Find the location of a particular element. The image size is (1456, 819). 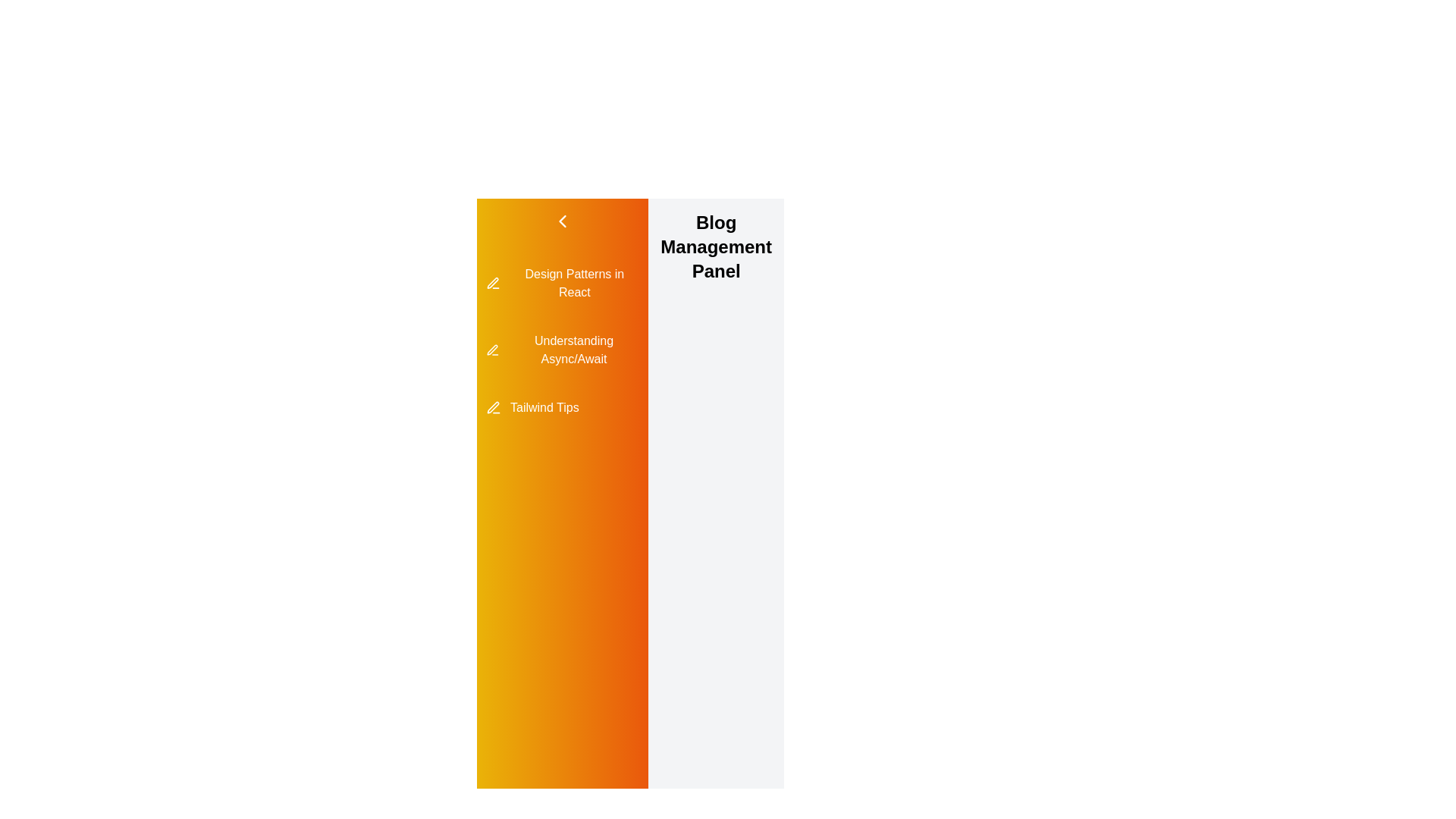

the main panel area labeled 'Blog Management Panel' is located at coordinates (715, 607).